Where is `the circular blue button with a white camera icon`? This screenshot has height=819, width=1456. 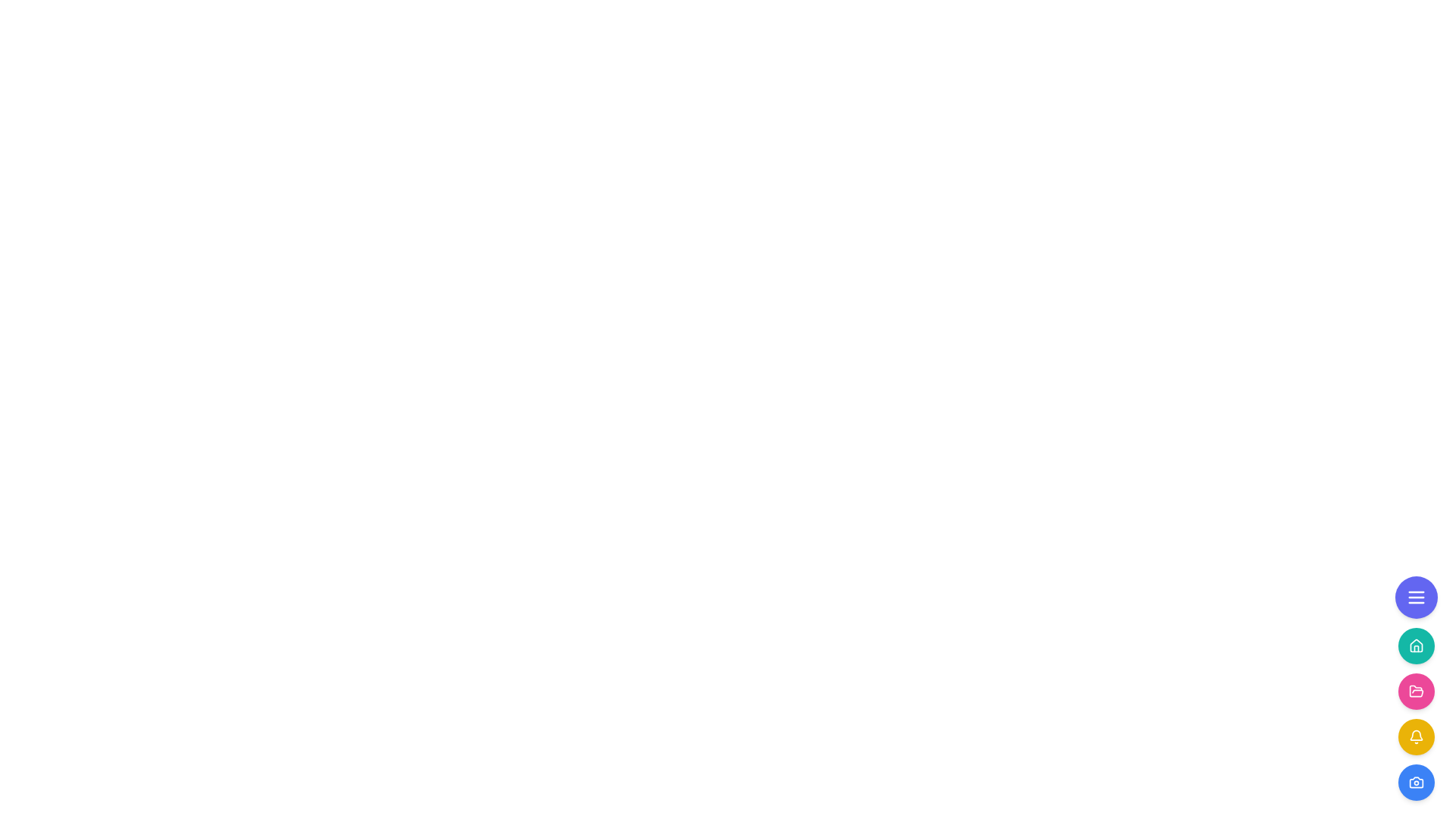 the circular blue button with a white camera icon is located at coordinates (1415, 783).